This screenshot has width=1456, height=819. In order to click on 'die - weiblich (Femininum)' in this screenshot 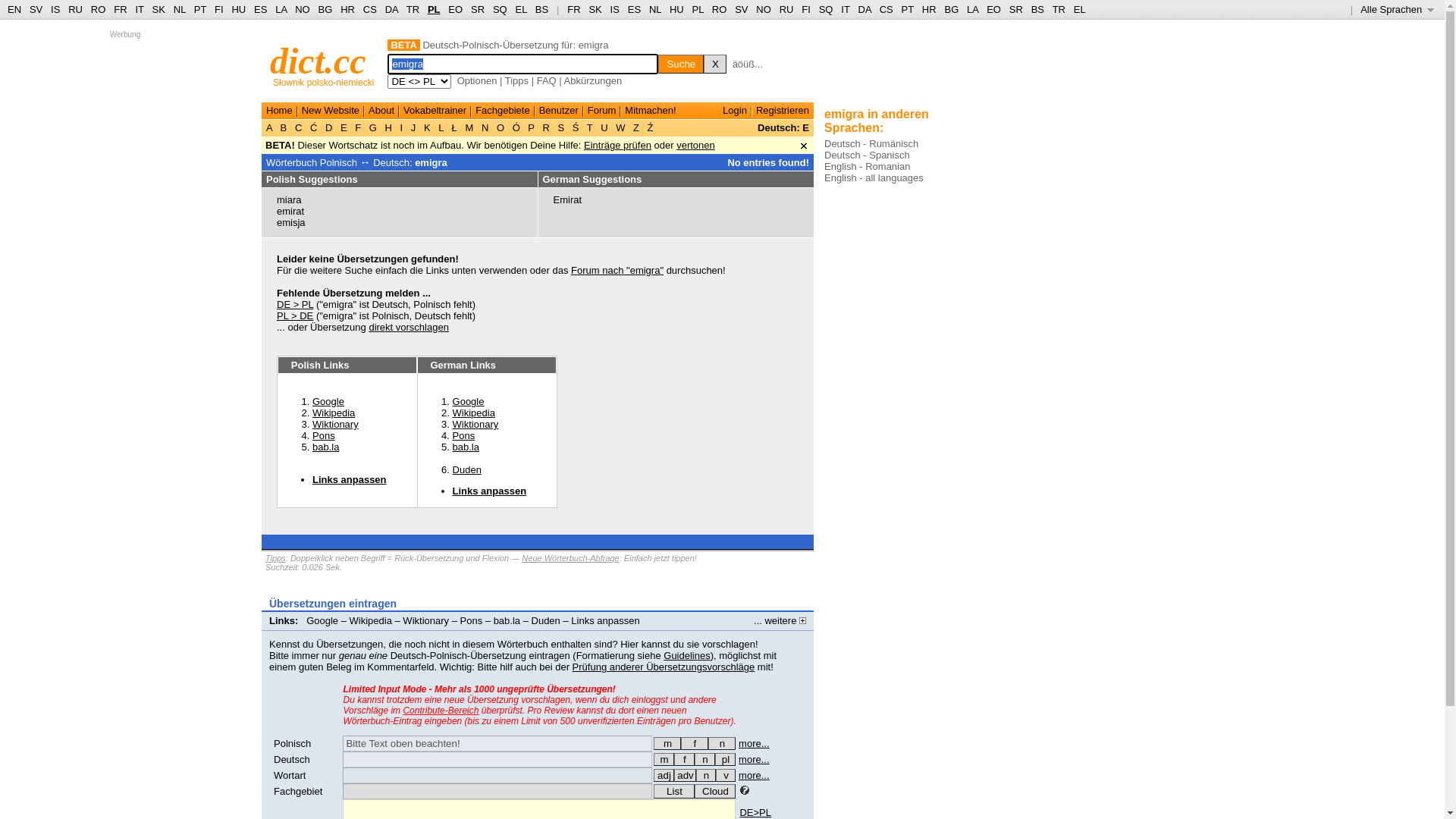, I will do `click(673, 759)`.